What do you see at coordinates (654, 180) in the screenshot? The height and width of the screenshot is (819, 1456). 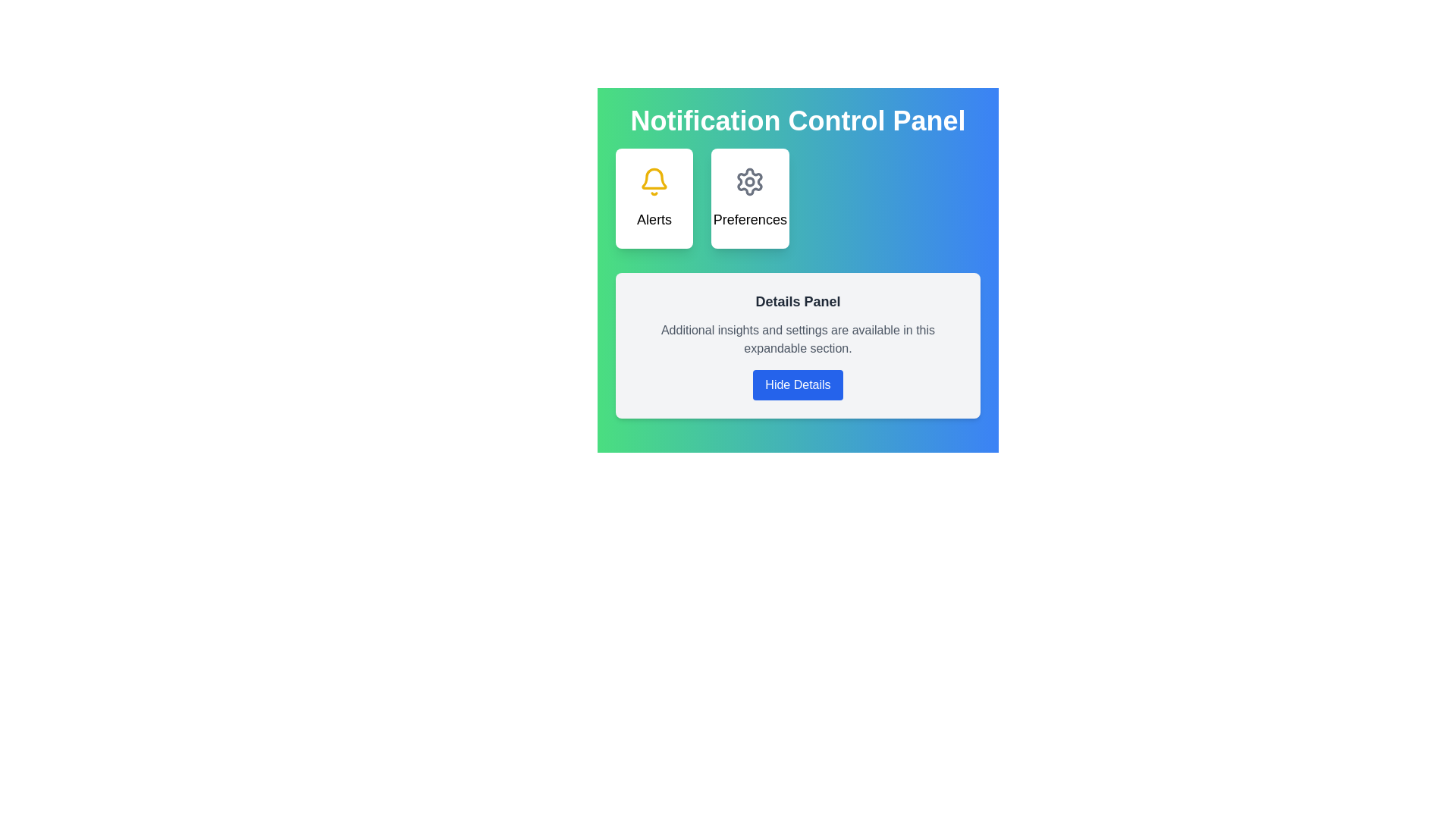 I see `the yellow bell icon indicating alerts or notifications located in the upper-left section of the 'Alerts' interface, positioned left of the 'Preferences' icon` at bounding box center [654, 180].